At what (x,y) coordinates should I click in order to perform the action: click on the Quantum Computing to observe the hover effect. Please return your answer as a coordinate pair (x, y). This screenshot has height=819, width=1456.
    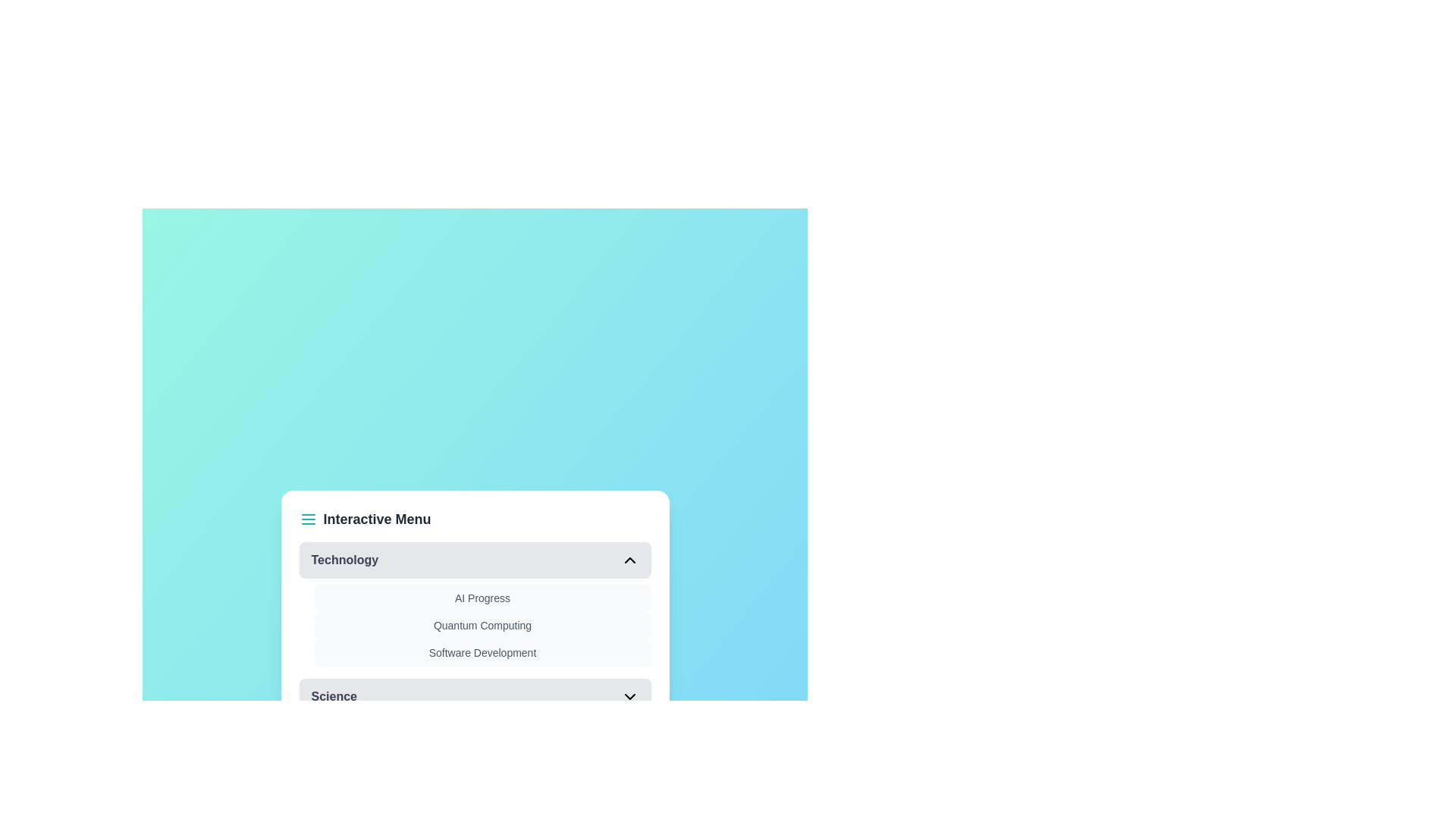
    Looking at the image, I should click on (482, 626).